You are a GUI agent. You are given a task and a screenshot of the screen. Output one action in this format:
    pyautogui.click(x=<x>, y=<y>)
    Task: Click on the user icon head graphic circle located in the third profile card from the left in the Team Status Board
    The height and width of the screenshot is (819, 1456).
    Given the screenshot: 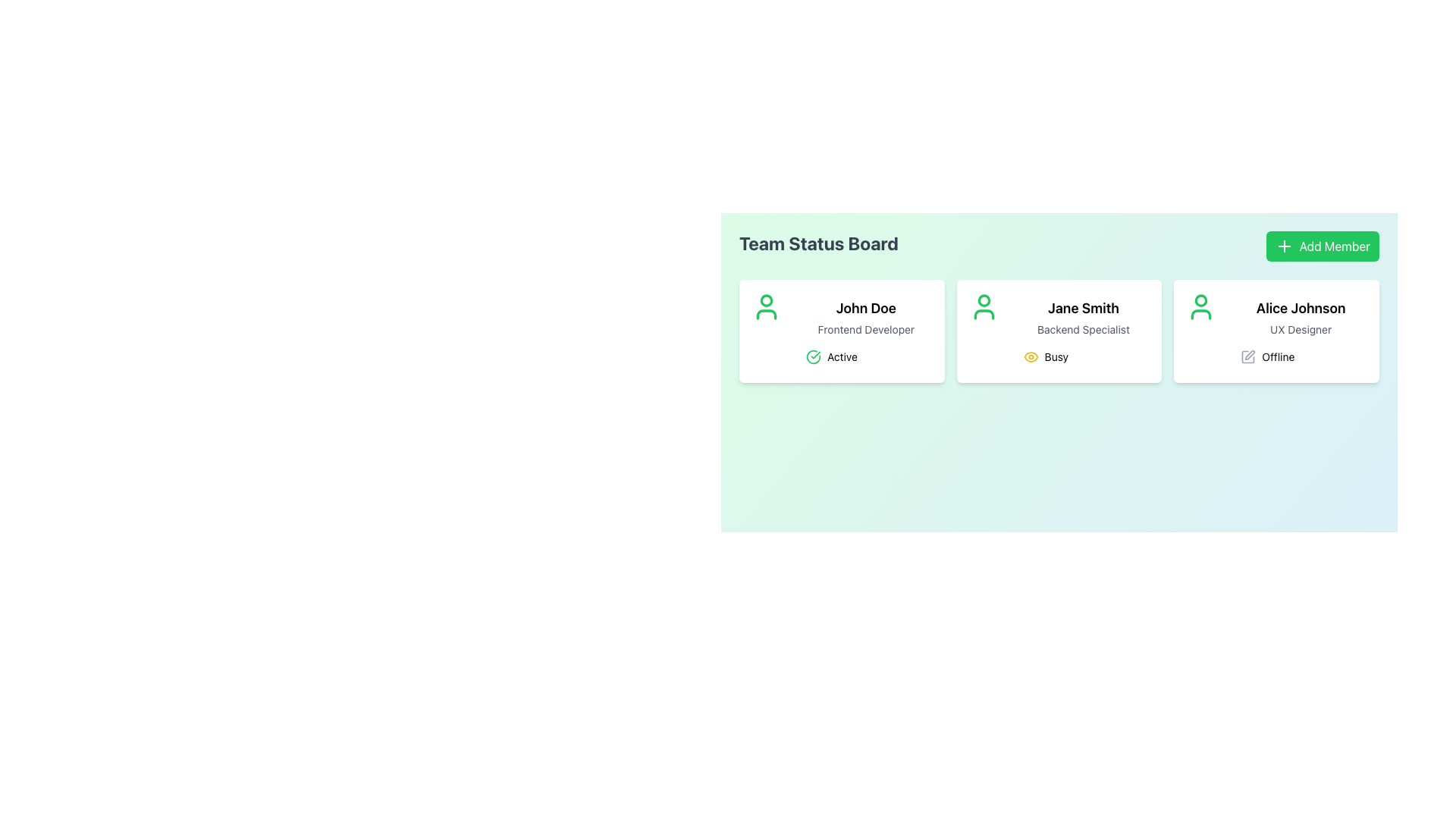 What is the action you would take?
    pyautogui.click(x=1200, y=300)
    